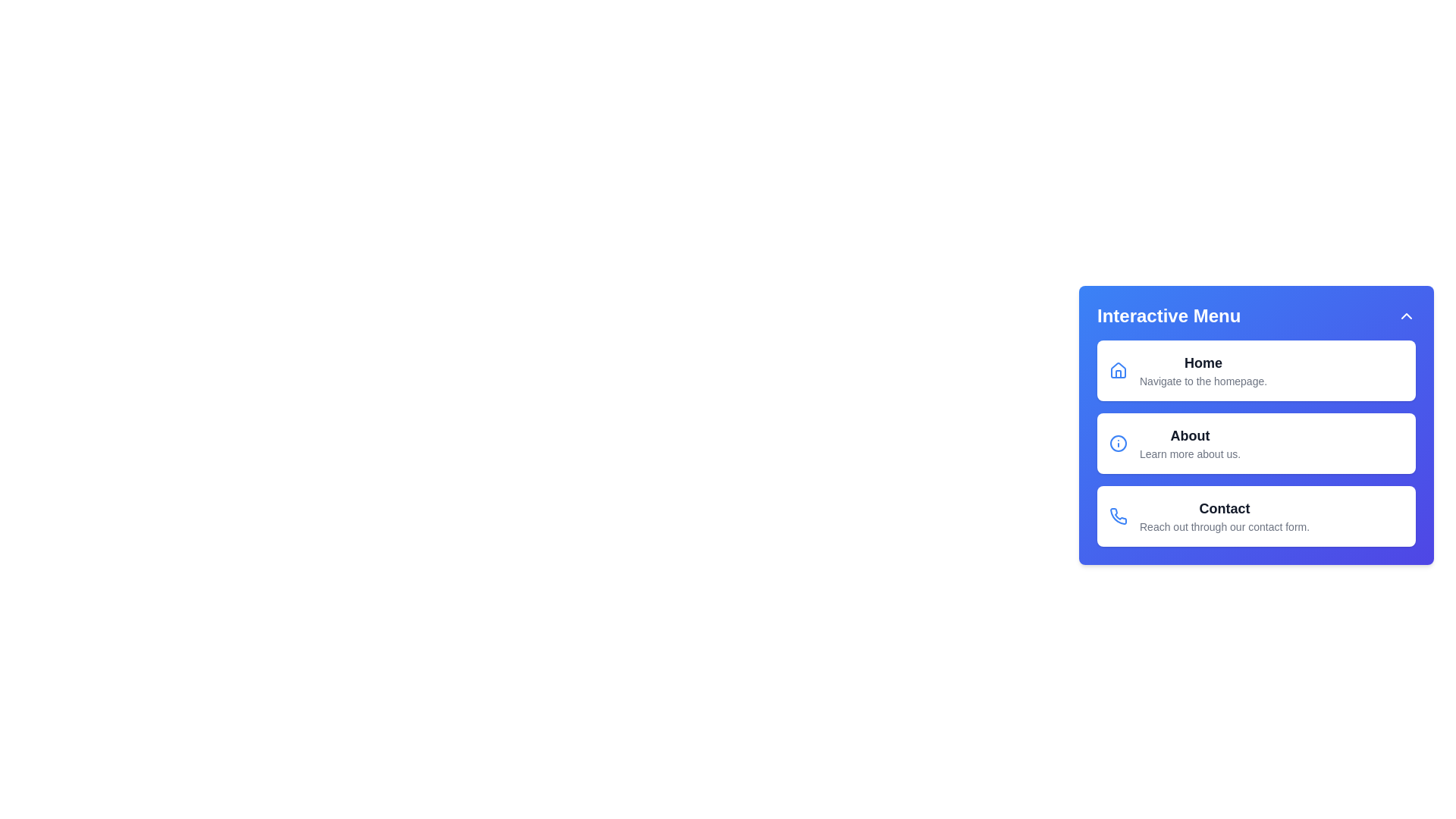 The height and width of the screenshot is (819, 1456). Describe the element at coordinates (1118, 516) in the screenshot. I see `the Contact icon to interact with it` at that location.